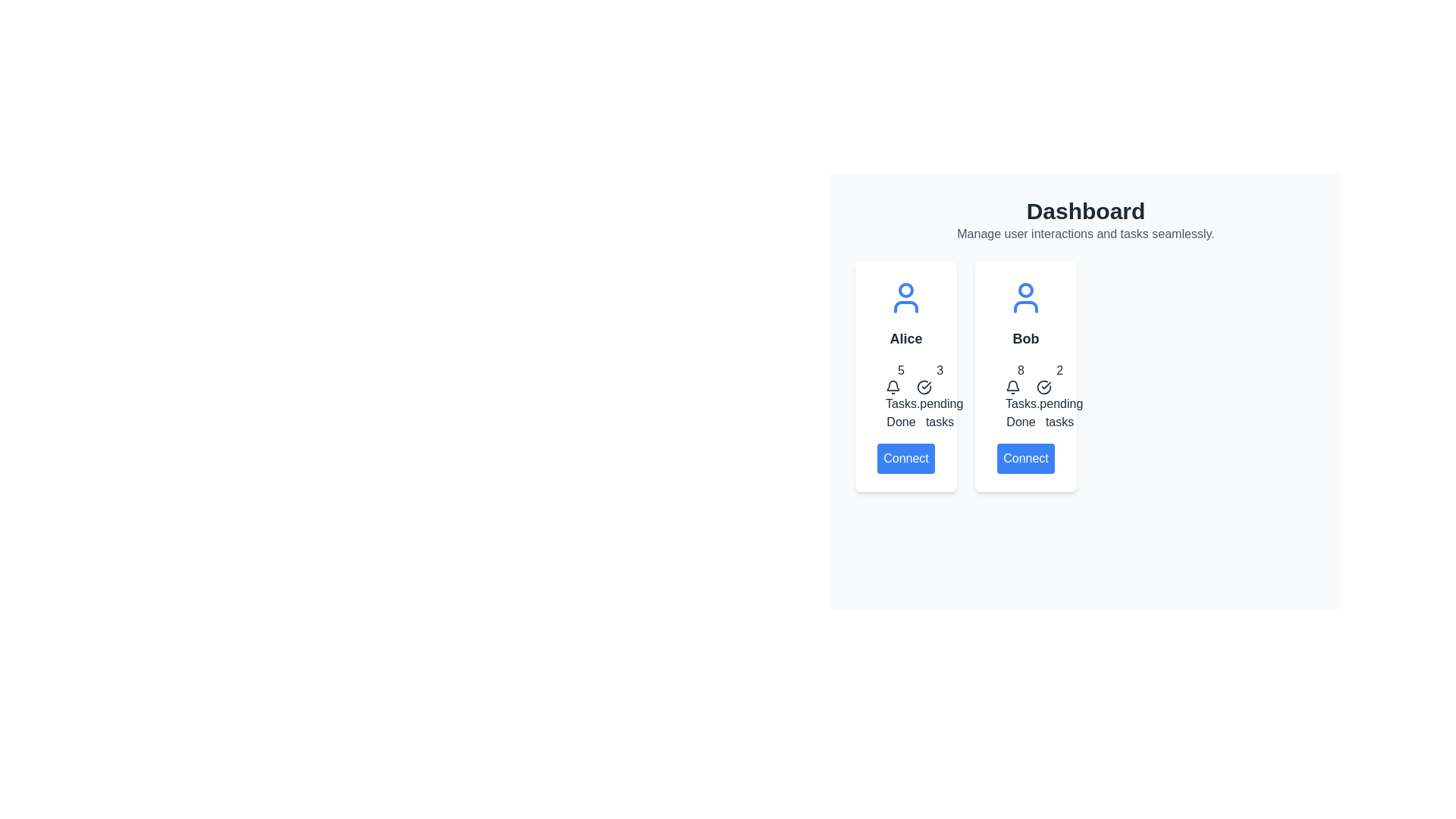  I want to click on information conveyed by the statistical number '3' indicating pending tasks, accompanied by a check mark icon and descriptive text, located in the second group representing 'Alice', so click(939, 396).